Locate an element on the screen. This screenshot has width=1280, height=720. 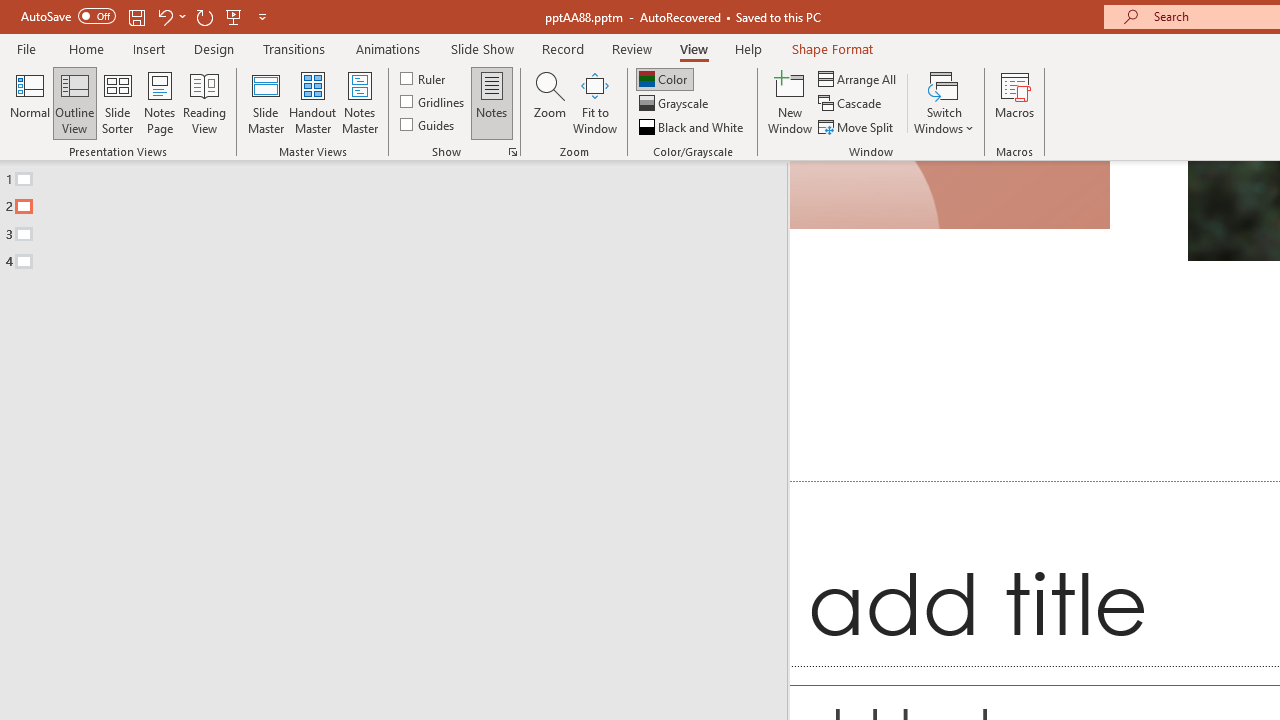
'Guides' is located at coordinates (427, 124).